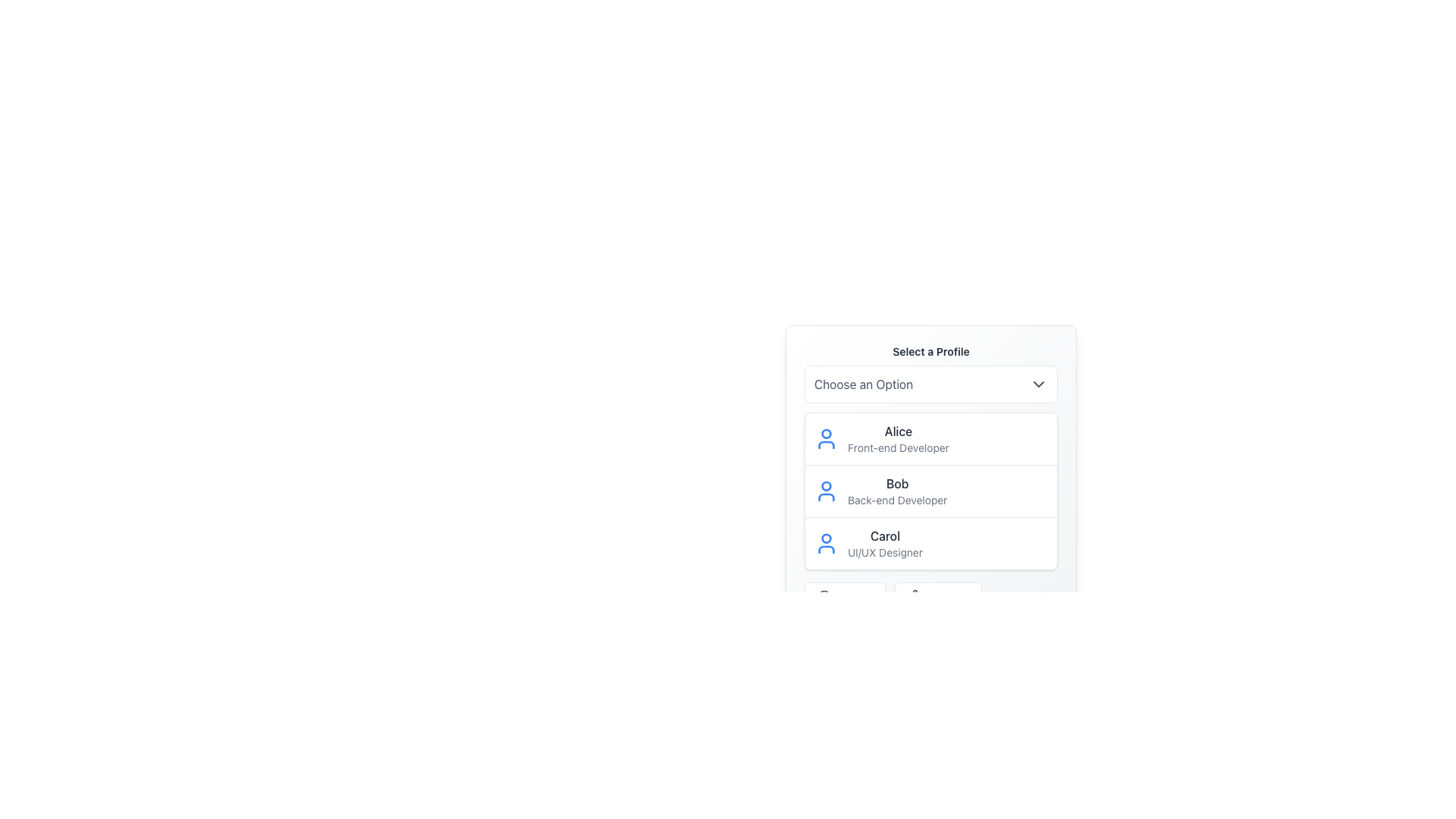 Image resolution: width=1456 pixels, height=819 pixels. Describe the element at coordinates (930, 491) in the screenshot. I see `the selectable user profile option labeled 'Bob - Back-end Developer' in the list under the section 'Select a Profile'` at that location.